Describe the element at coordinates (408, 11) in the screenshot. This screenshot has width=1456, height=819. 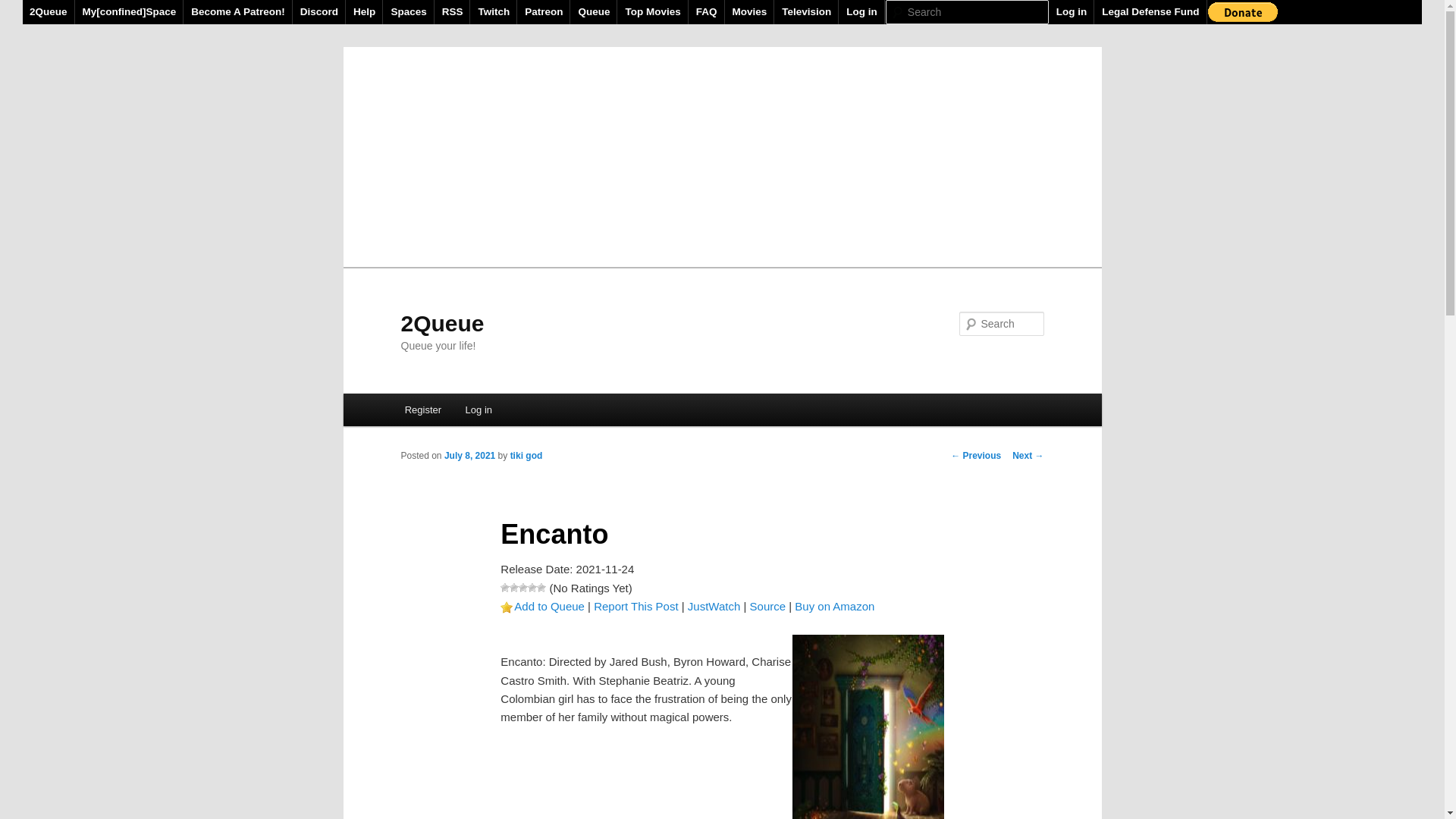
I see `'Spaces'` at that location.